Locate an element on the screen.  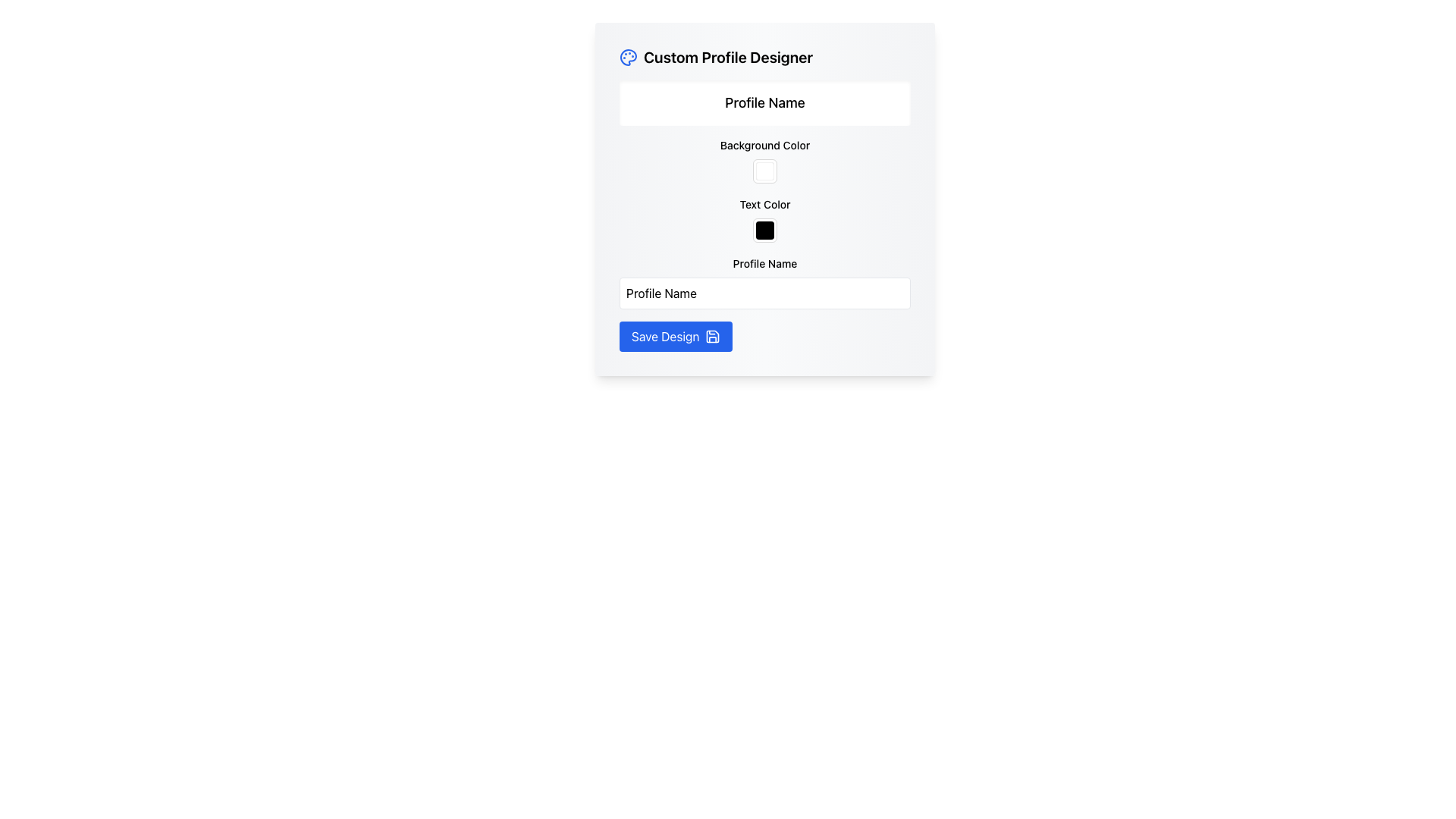
the label displaying 'Text Color', which is centrally aligned above the color picker in the form-like interface is located at coordinates (764, 205).